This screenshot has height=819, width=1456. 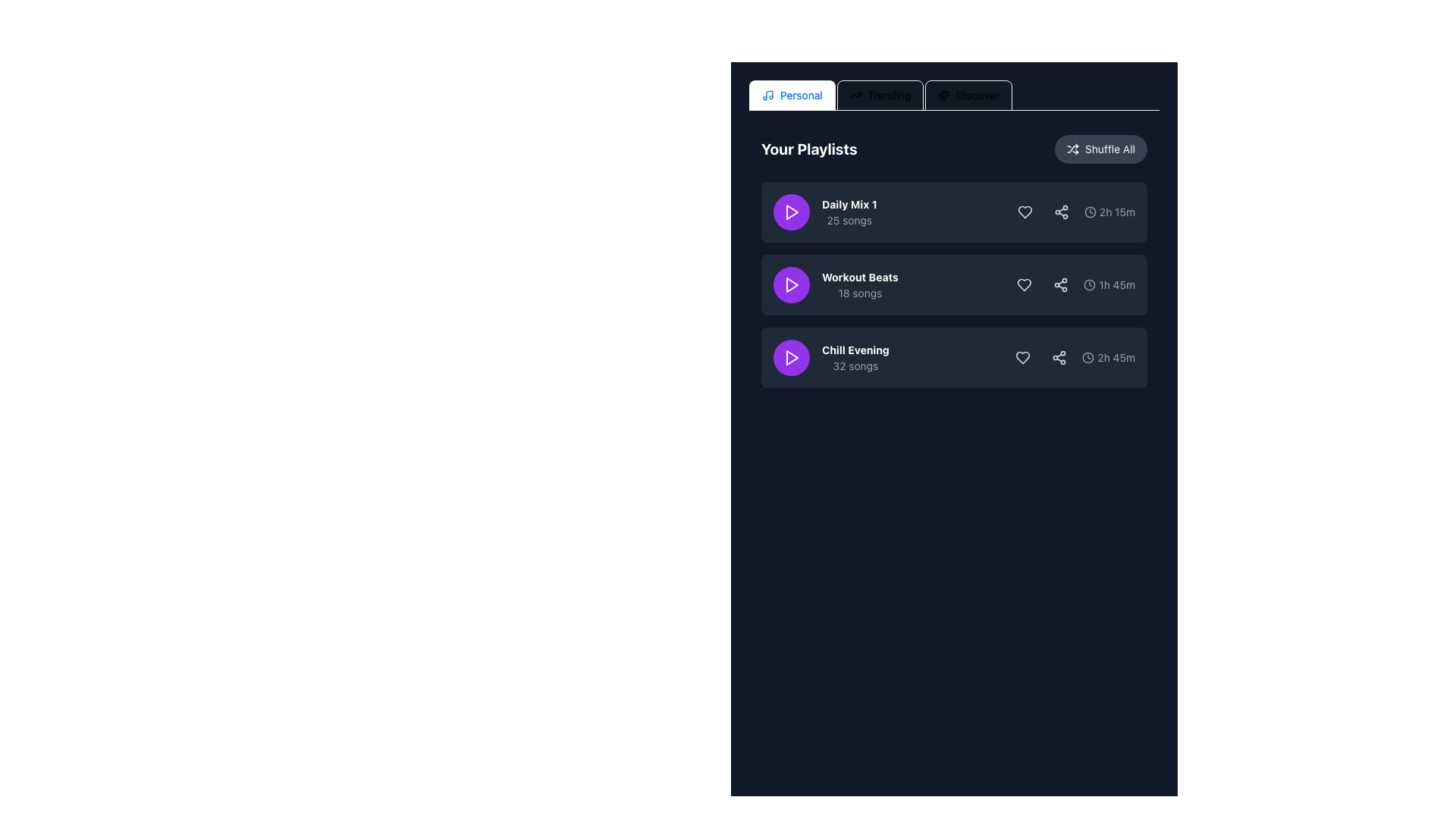 What do you see at coordinates (1117, 284) in the screenshot?
I see `information displayed in the Text label that shows the total duration of the playlist, located at the bottom-right of the 'Workout Beats' playlist row, next to the clock icon` at bounding box center [1117, 284].